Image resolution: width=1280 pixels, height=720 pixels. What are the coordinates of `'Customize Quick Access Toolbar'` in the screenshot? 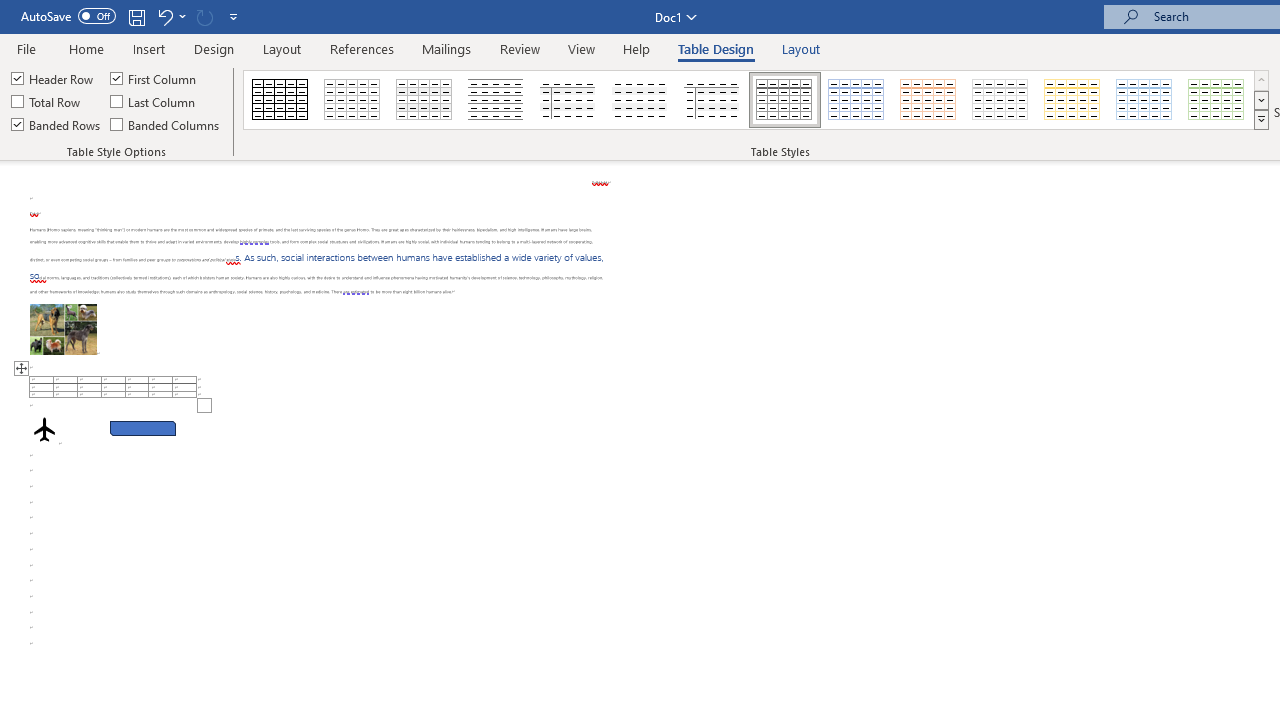 It's located at (234, 16).